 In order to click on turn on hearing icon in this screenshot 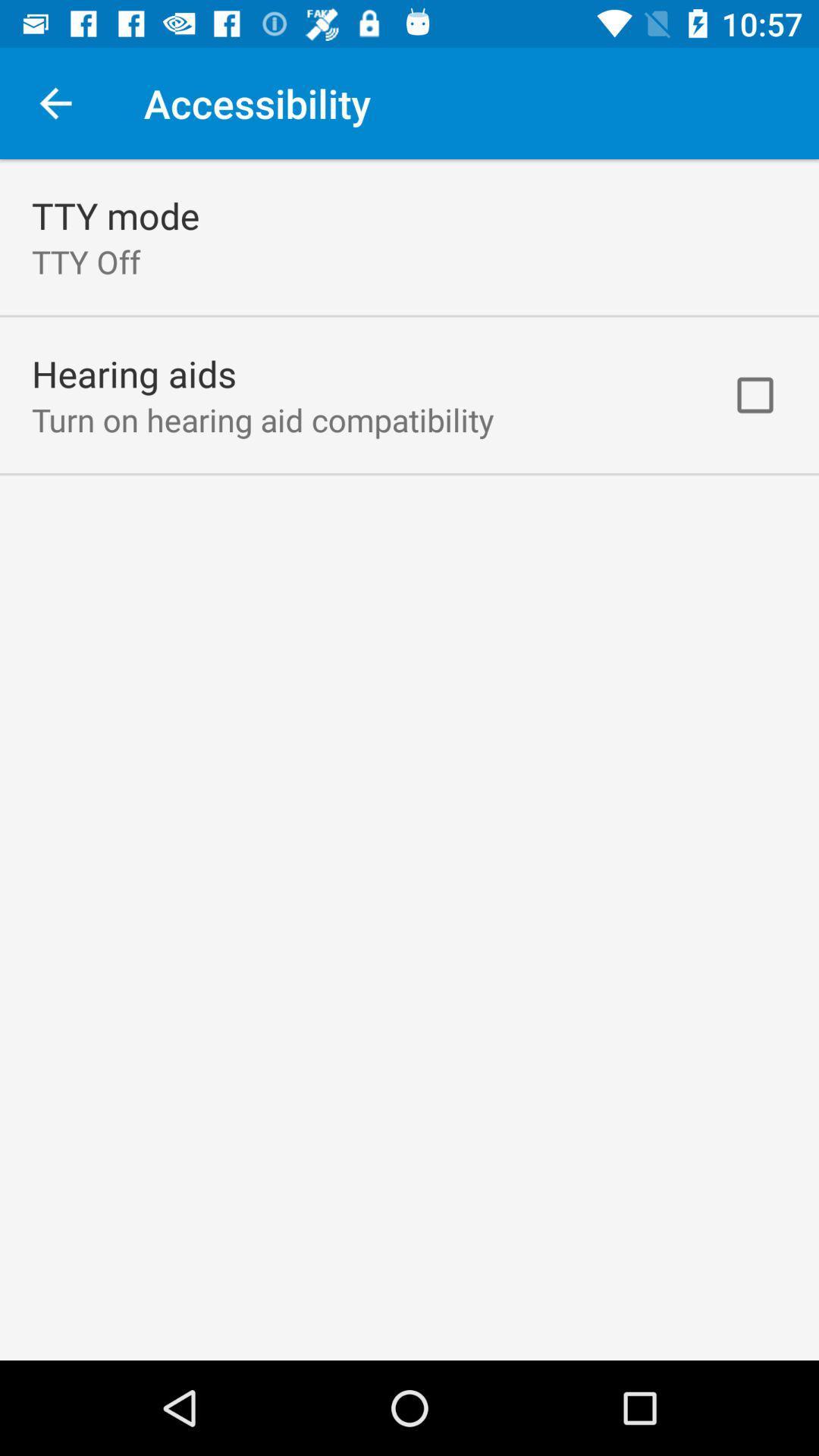, I will do `click(262, 419)`.